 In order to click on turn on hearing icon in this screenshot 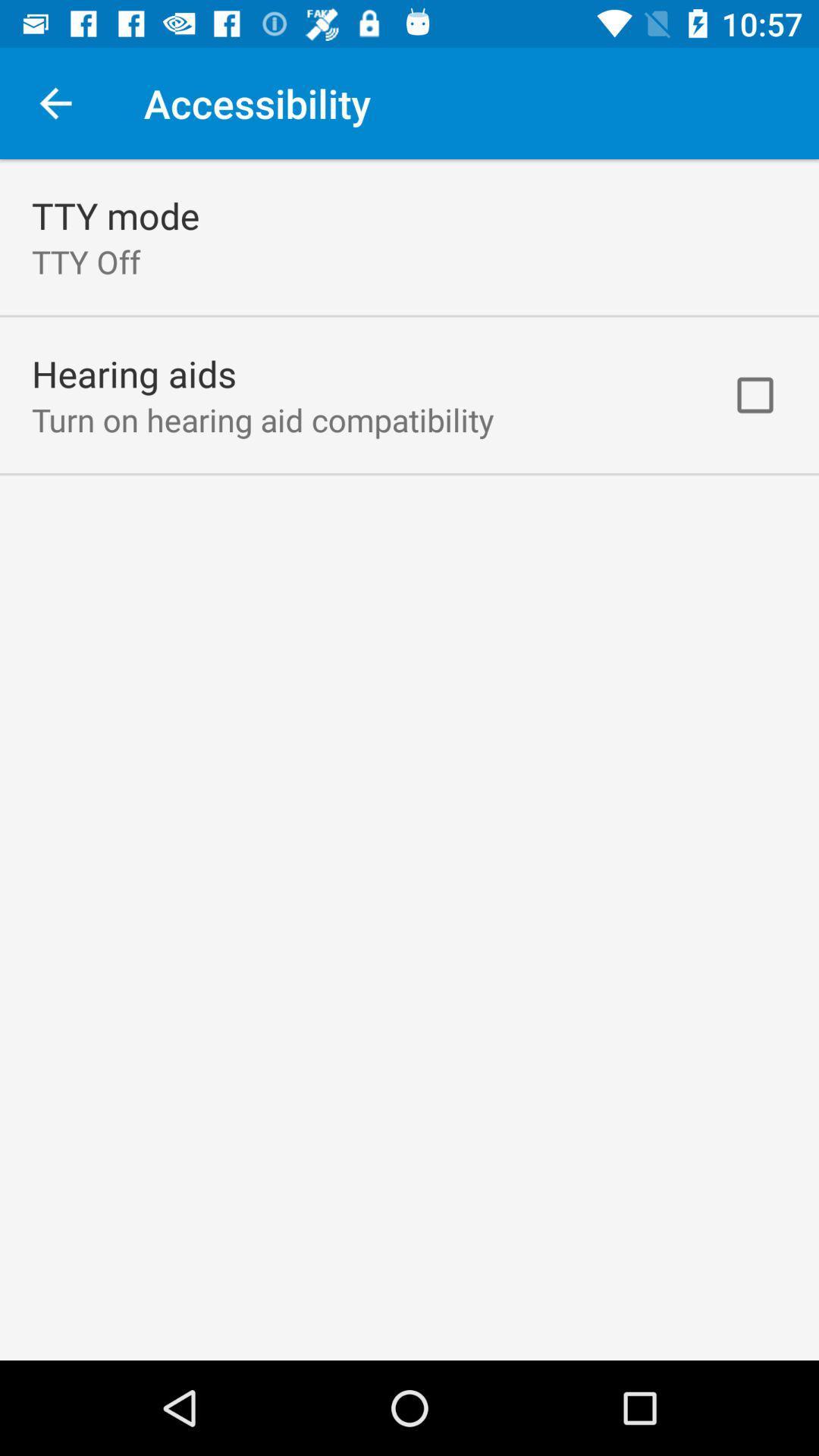, I will do `click(262, 419)`.